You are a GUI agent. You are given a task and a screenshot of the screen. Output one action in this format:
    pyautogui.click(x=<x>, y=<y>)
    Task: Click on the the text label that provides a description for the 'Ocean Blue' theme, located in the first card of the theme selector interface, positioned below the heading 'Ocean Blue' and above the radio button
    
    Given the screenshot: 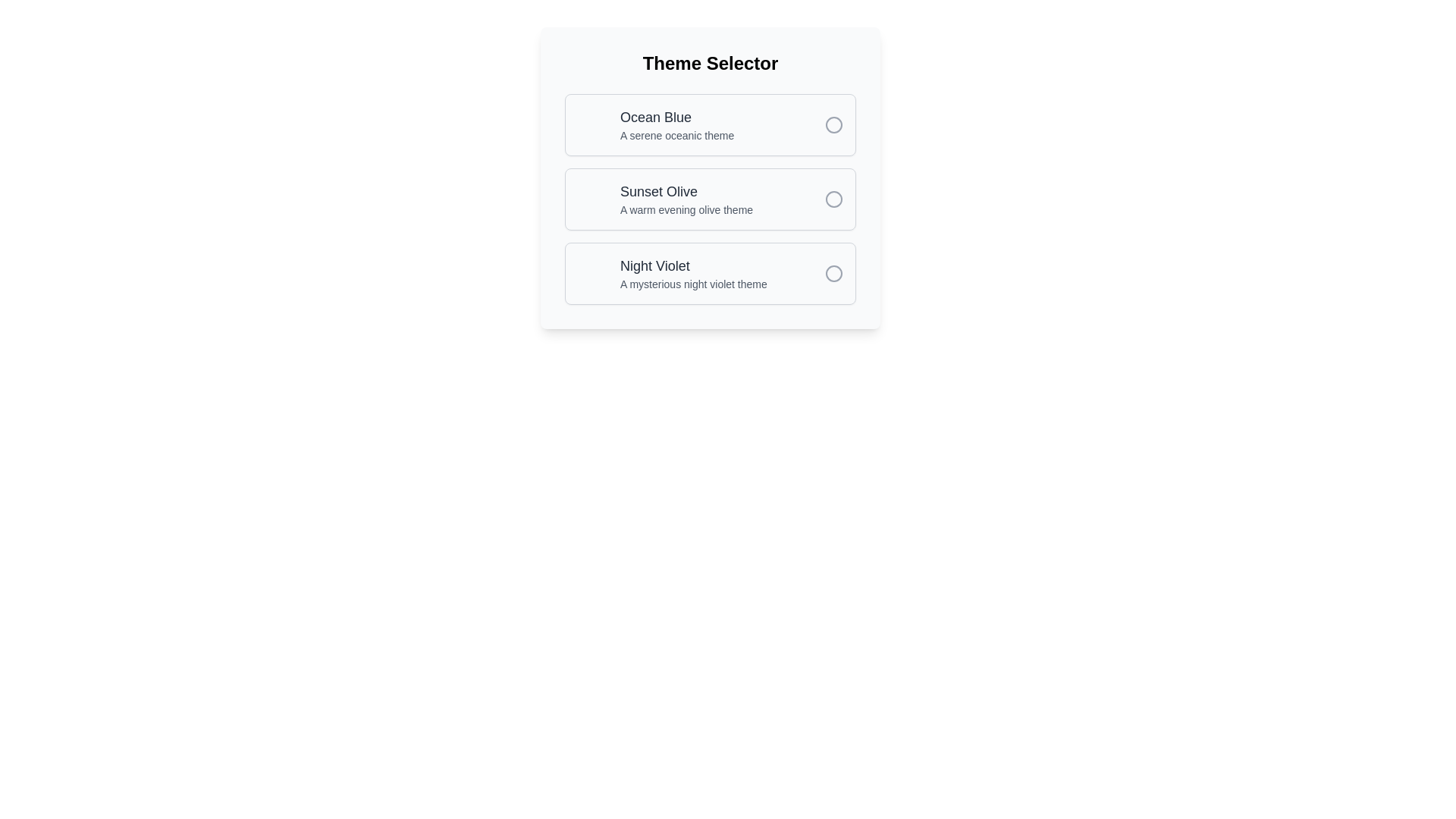 What is the action you would take?
    pyautogui.click(x=676, y=134)
    